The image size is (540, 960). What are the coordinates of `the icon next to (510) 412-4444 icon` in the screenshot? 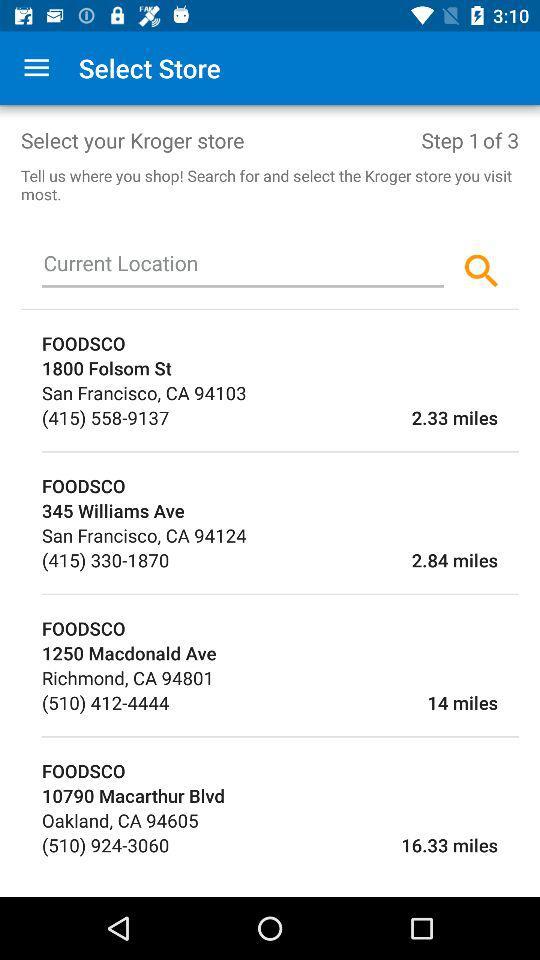 It's located at (333, 702).